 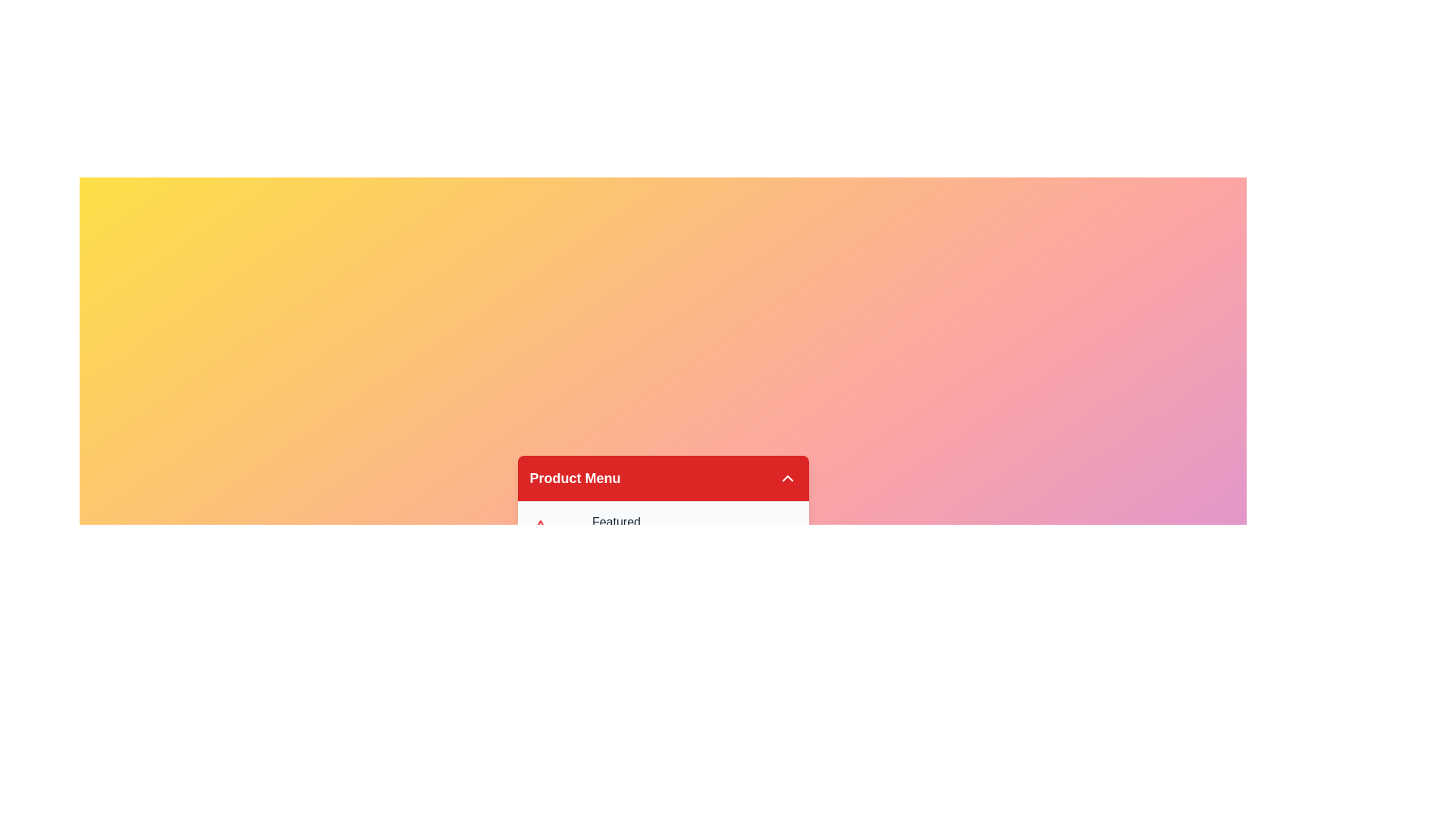 I want to click on the toggle button to change the menu state, so click(x=787, y=479).